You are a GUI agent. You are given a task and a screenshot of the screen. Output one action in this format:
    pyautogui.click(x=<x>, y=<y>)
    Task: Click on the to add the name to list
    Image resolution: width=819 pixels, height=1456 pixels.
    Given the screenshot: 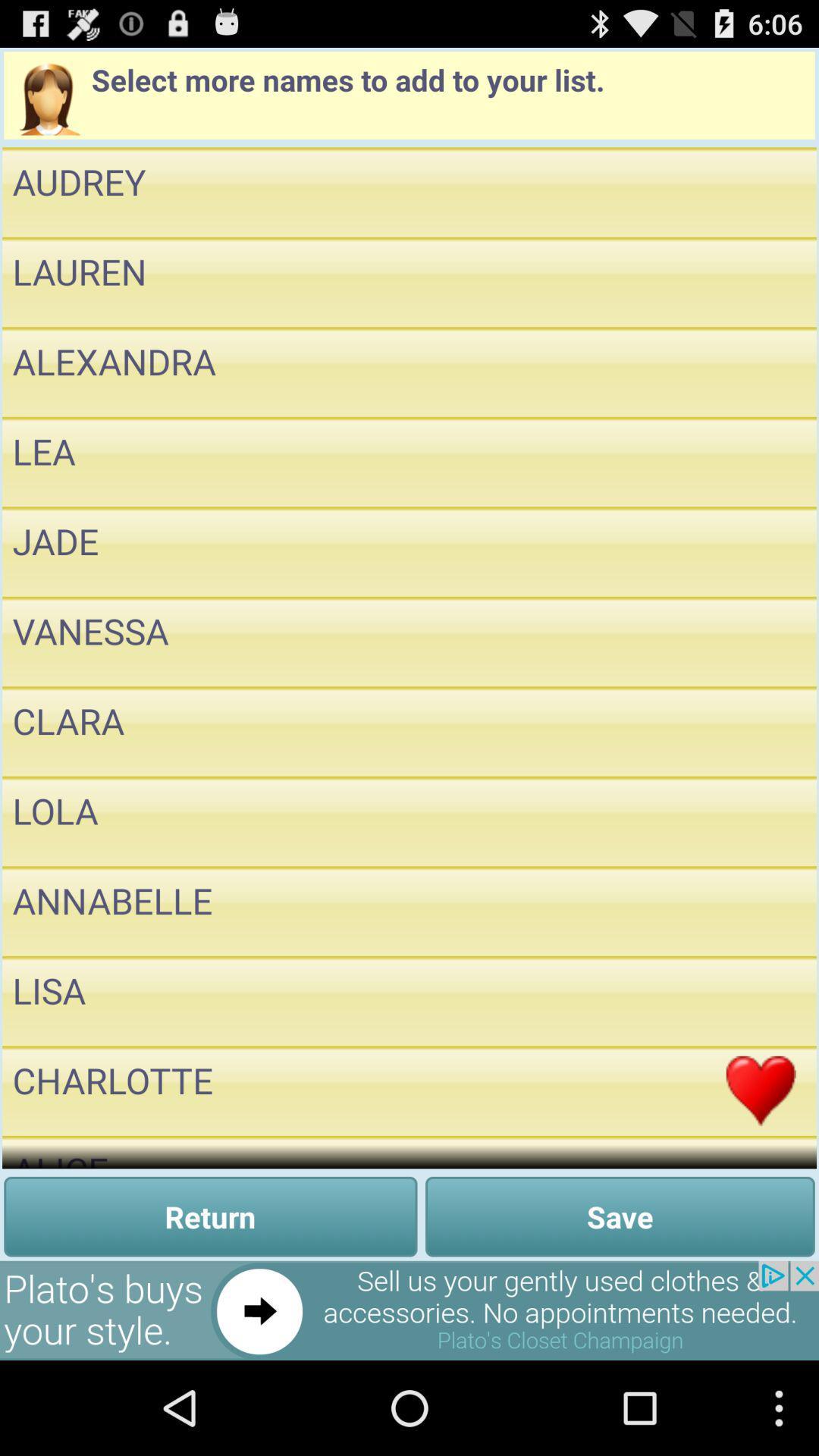 What is the action you would take?
    pyautogui.click(x=761, y=461)
    